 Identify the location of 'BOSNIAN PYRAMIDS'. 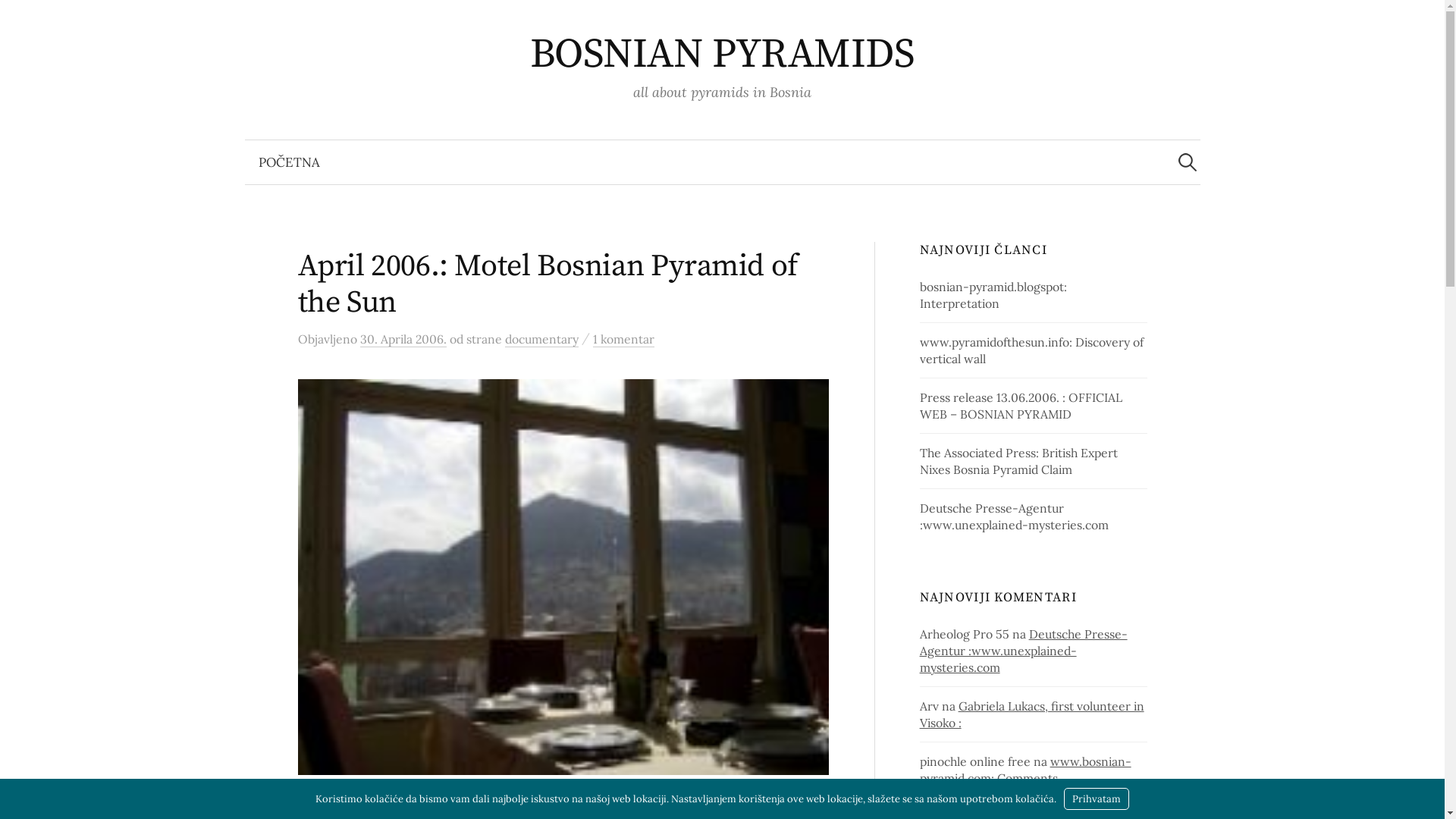
(721, 54).